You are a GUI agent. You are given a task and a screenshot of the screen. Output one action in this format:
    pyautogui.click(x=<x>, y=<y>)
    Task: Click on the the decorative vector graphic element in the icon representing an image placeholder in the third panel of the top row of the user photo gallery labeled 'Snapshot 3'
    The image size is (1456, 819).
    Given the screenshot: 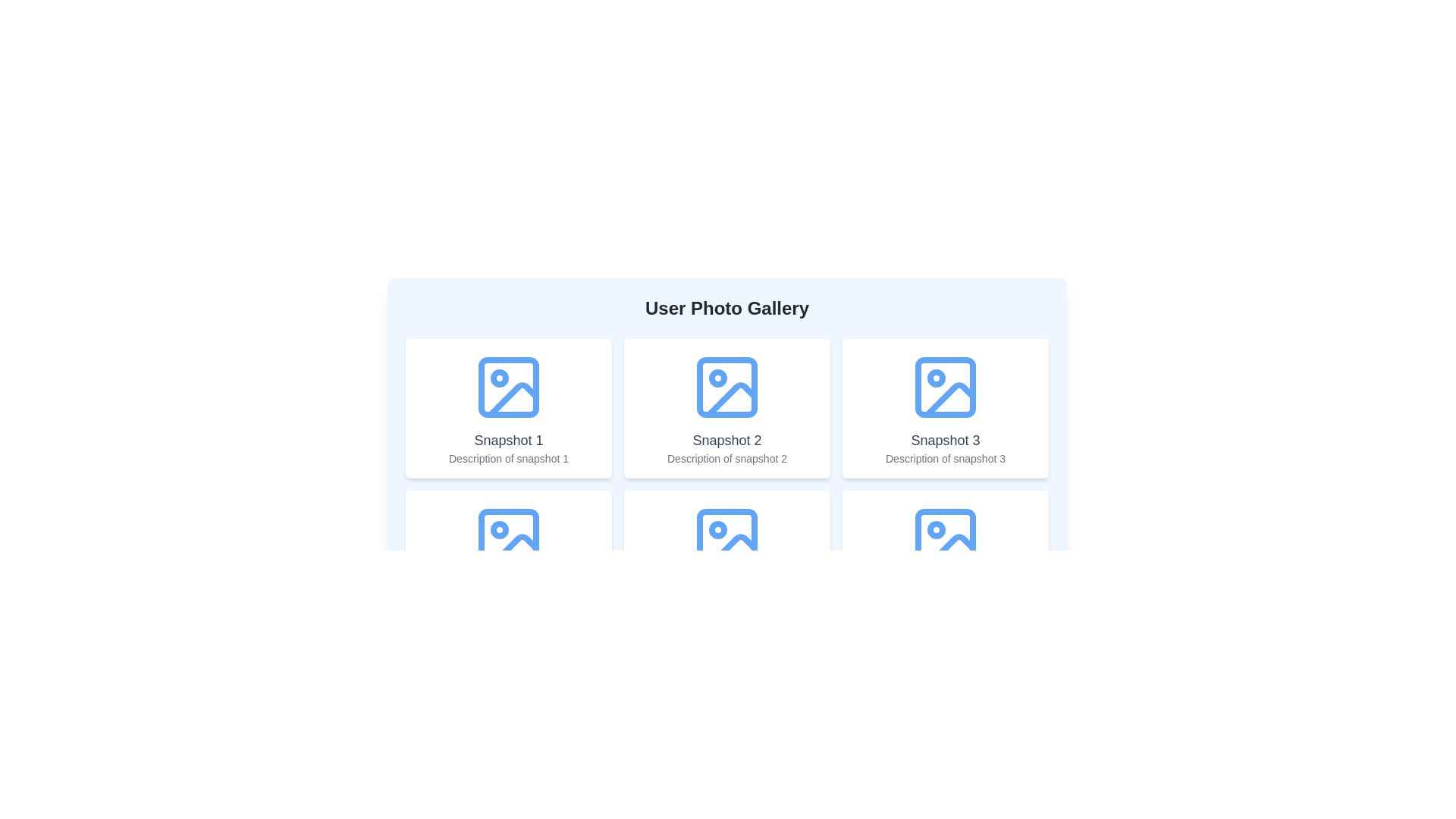 What is the action you would take?
    pyautogui.click(x=949, y=399)
    